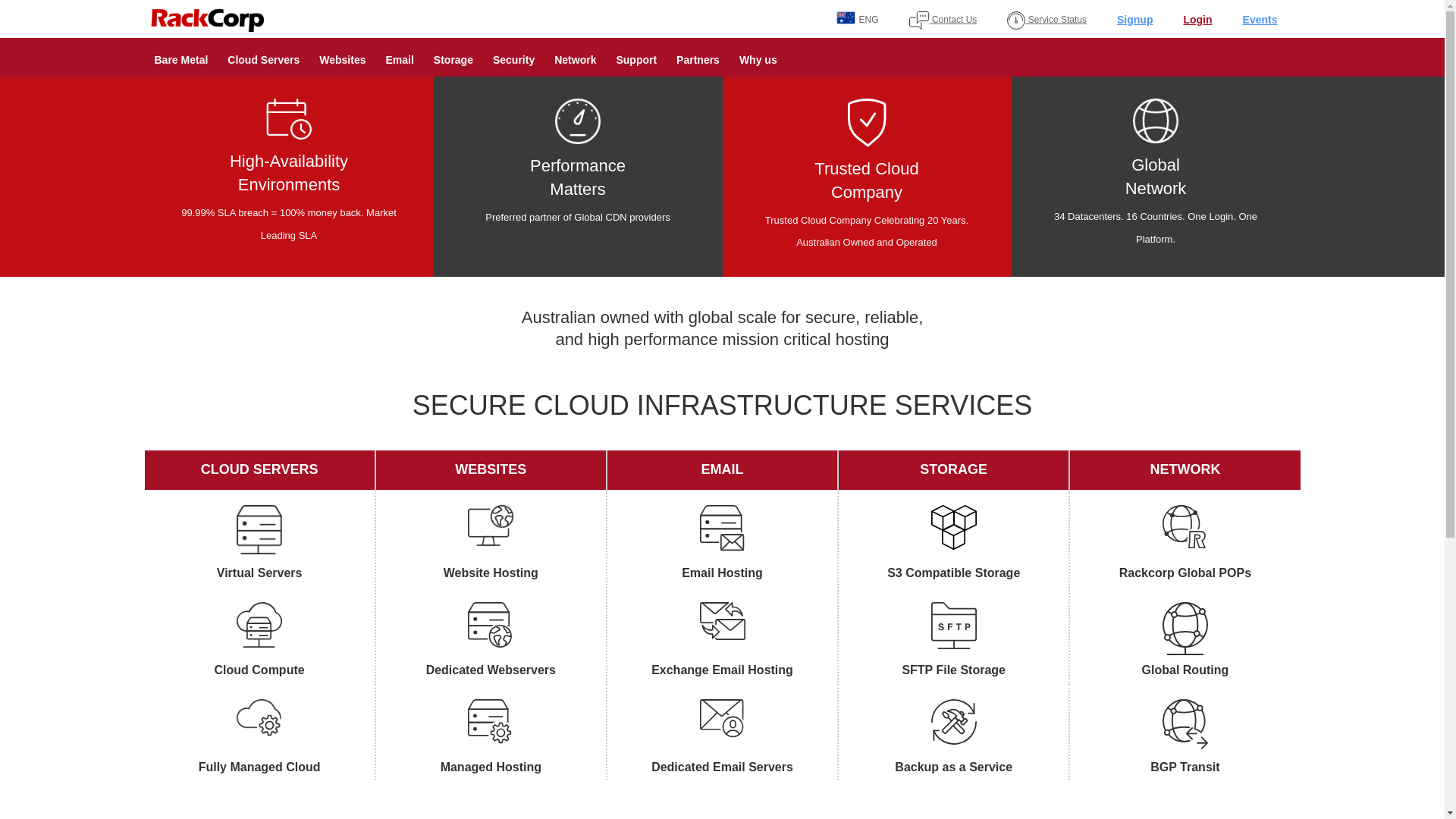 This screenshot has width=1456, height=819. I want to click on 'Dedicated Email Servers', so click(721, 736).